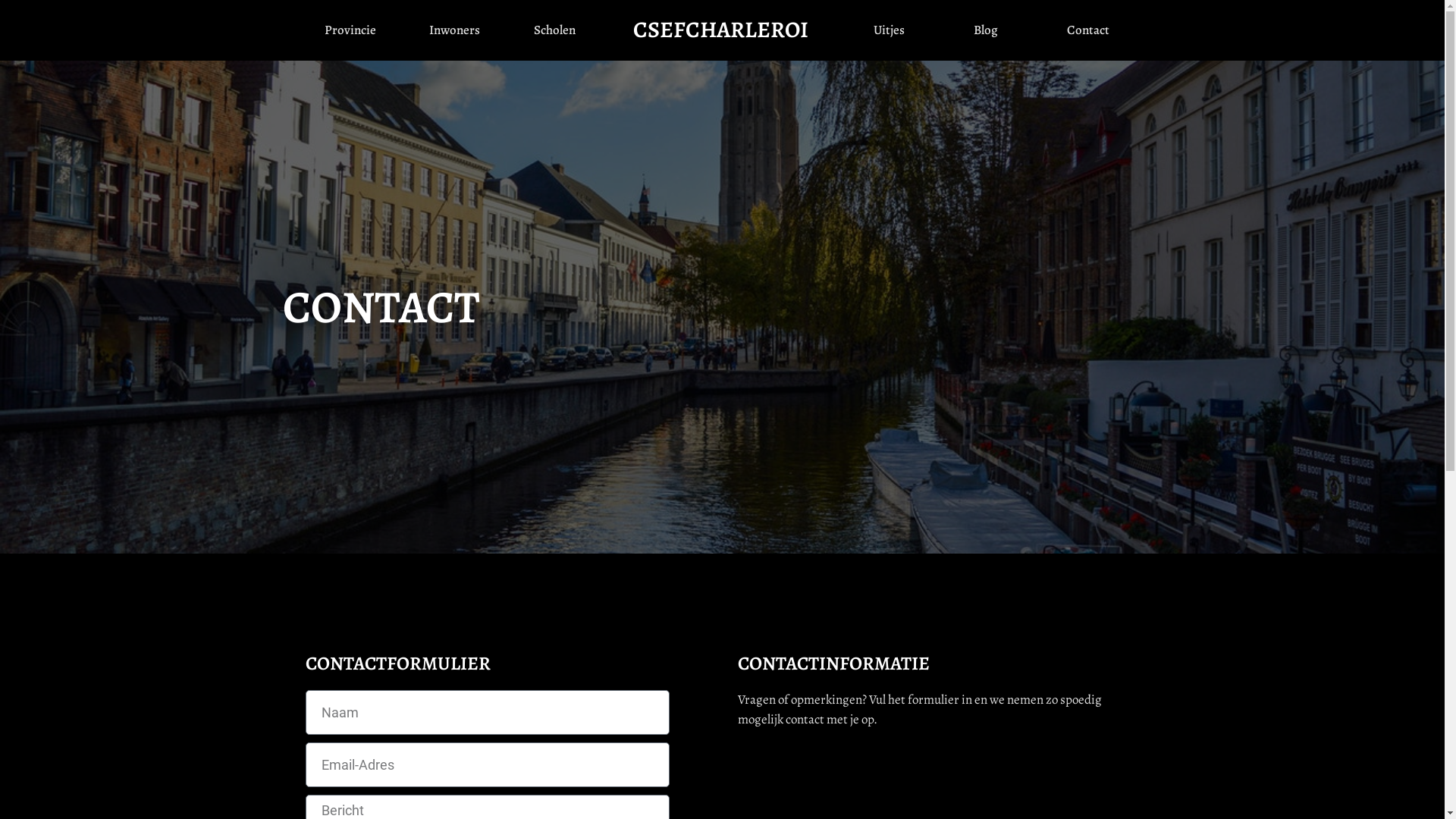 The height and width of the screenshot is (819, 1456). I want to click on 'Contact', so click(1087, 30).